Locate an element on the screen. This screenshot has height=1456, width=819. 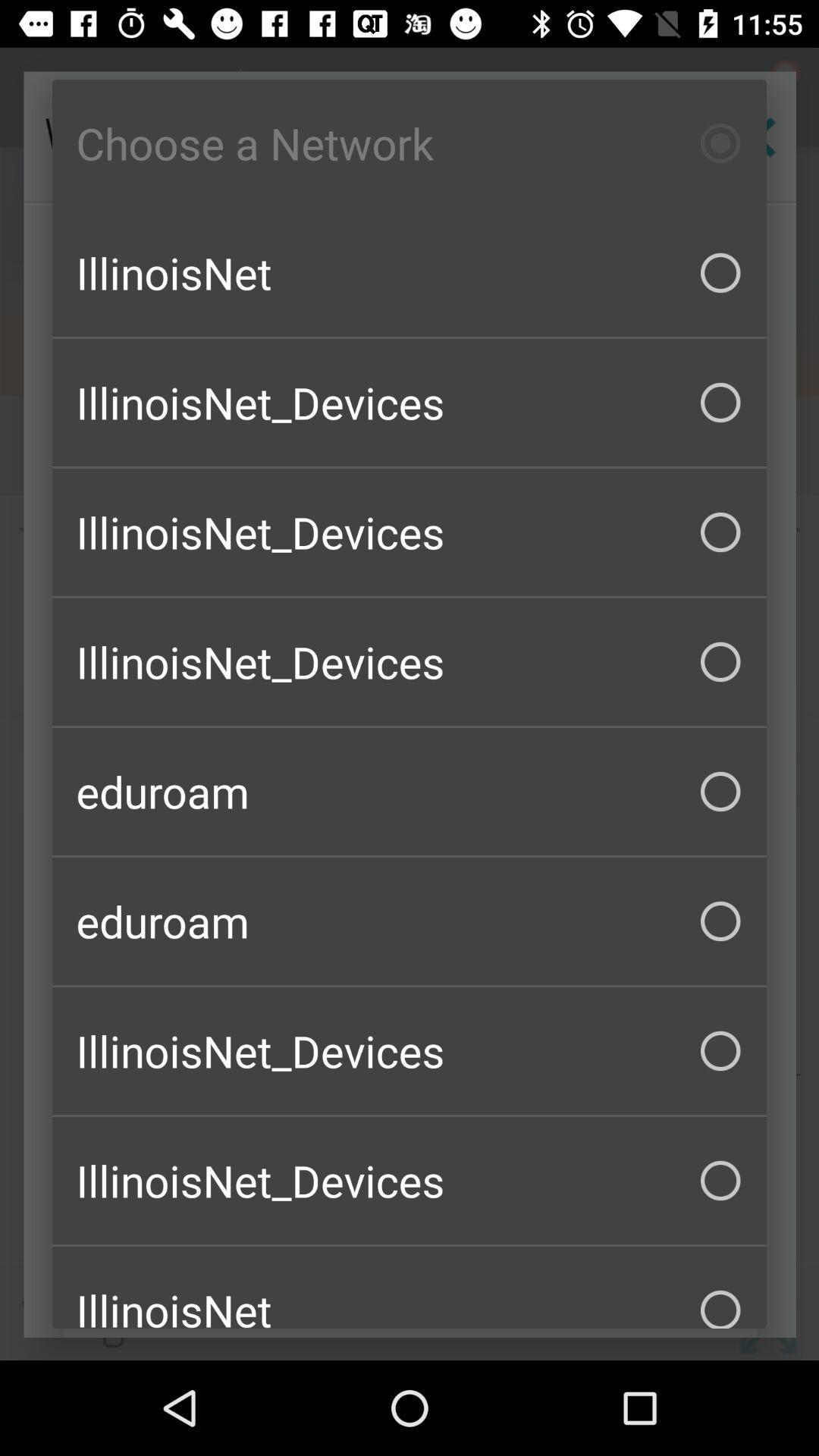
choose a network is located at coordinates (409, 143).